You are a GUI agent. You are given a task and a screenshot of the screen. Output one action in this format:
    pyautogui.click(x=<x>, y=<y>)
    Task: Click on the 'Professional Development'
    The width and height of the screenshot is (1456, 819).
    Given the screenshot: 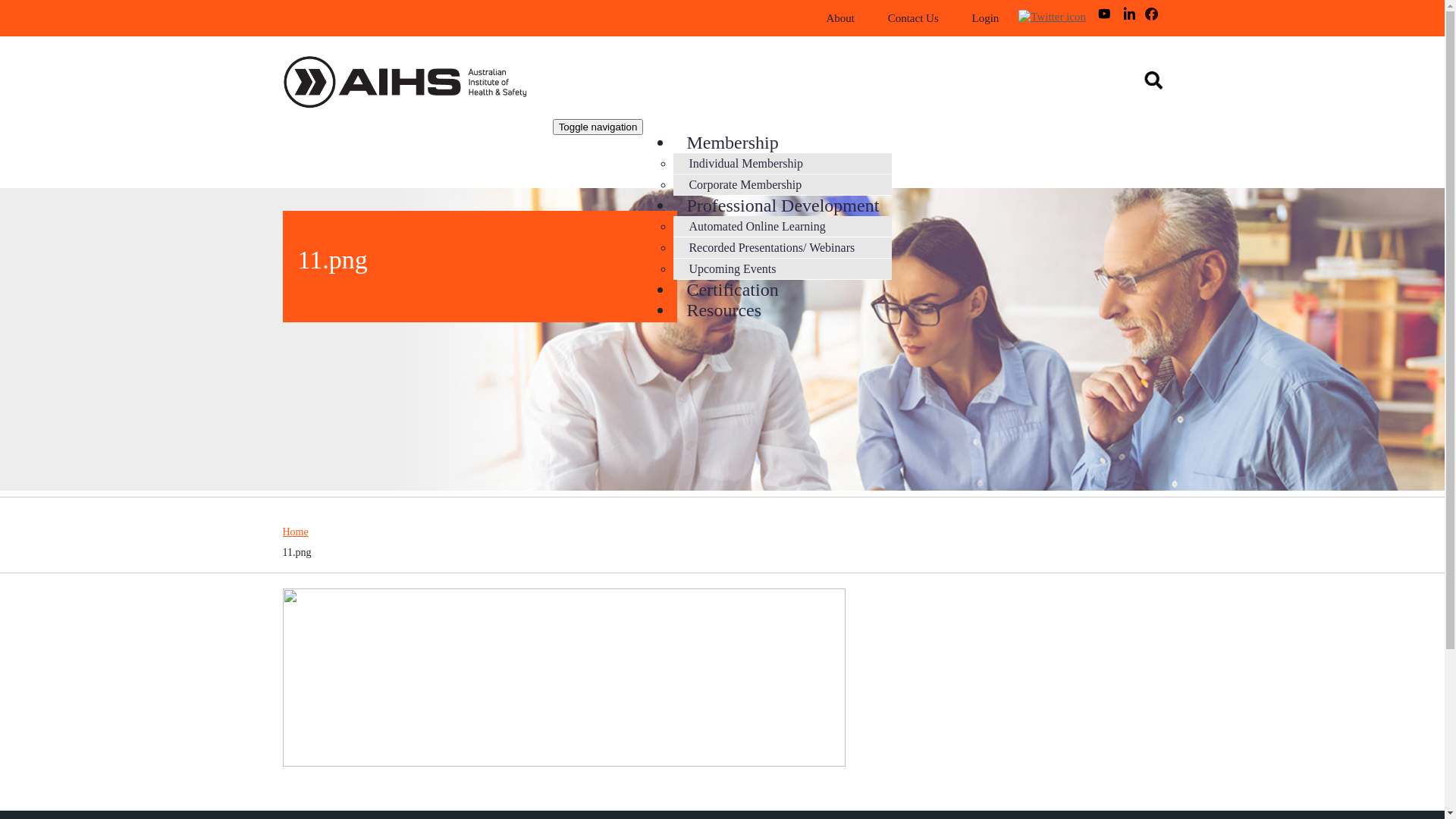 What is the action you would take?
    pyautogui.click(x=783, y=205)
    